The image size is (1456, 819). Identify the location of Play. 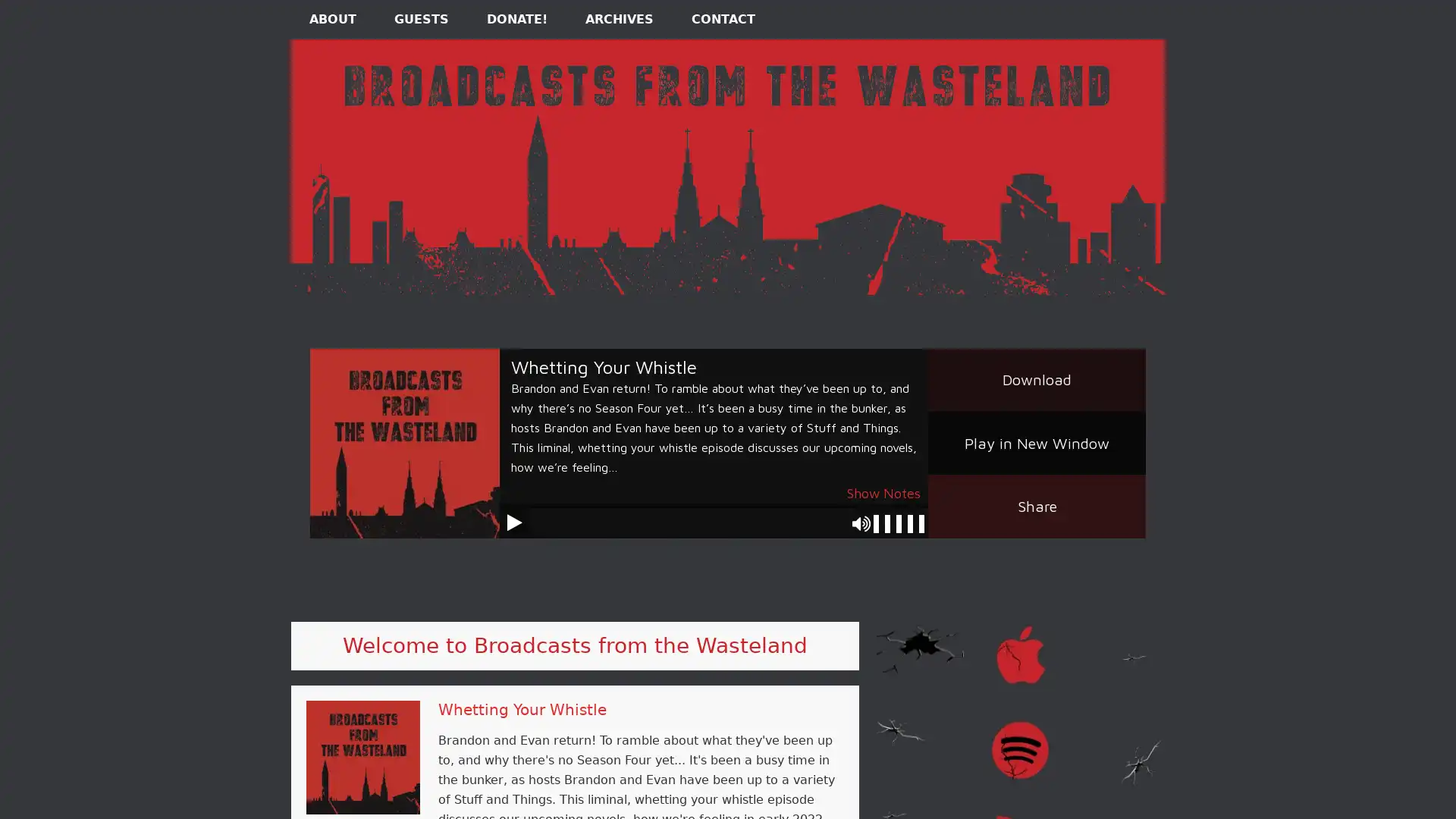
(514, 522).